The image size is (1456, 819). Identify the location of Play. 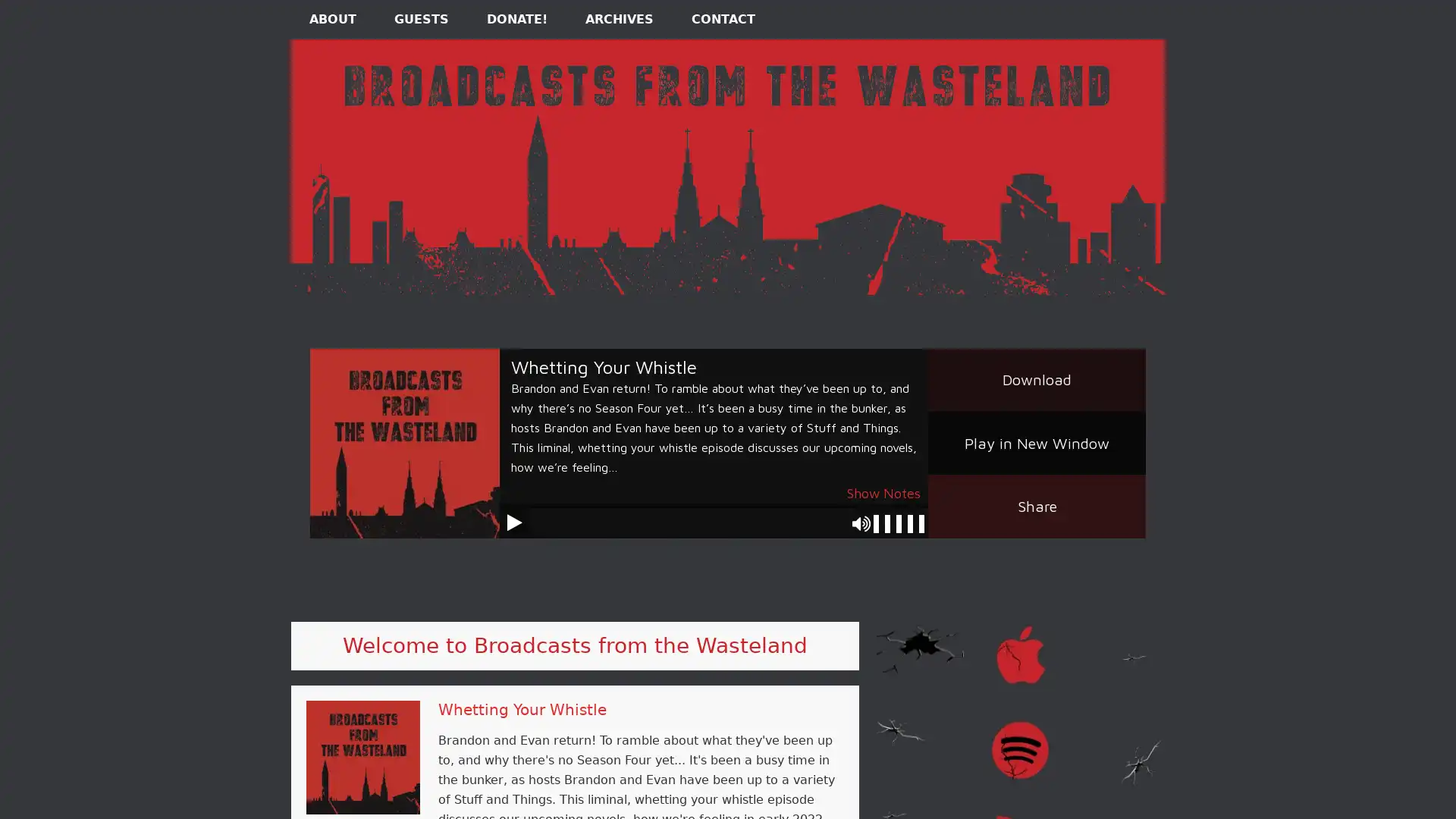
(514, 522).